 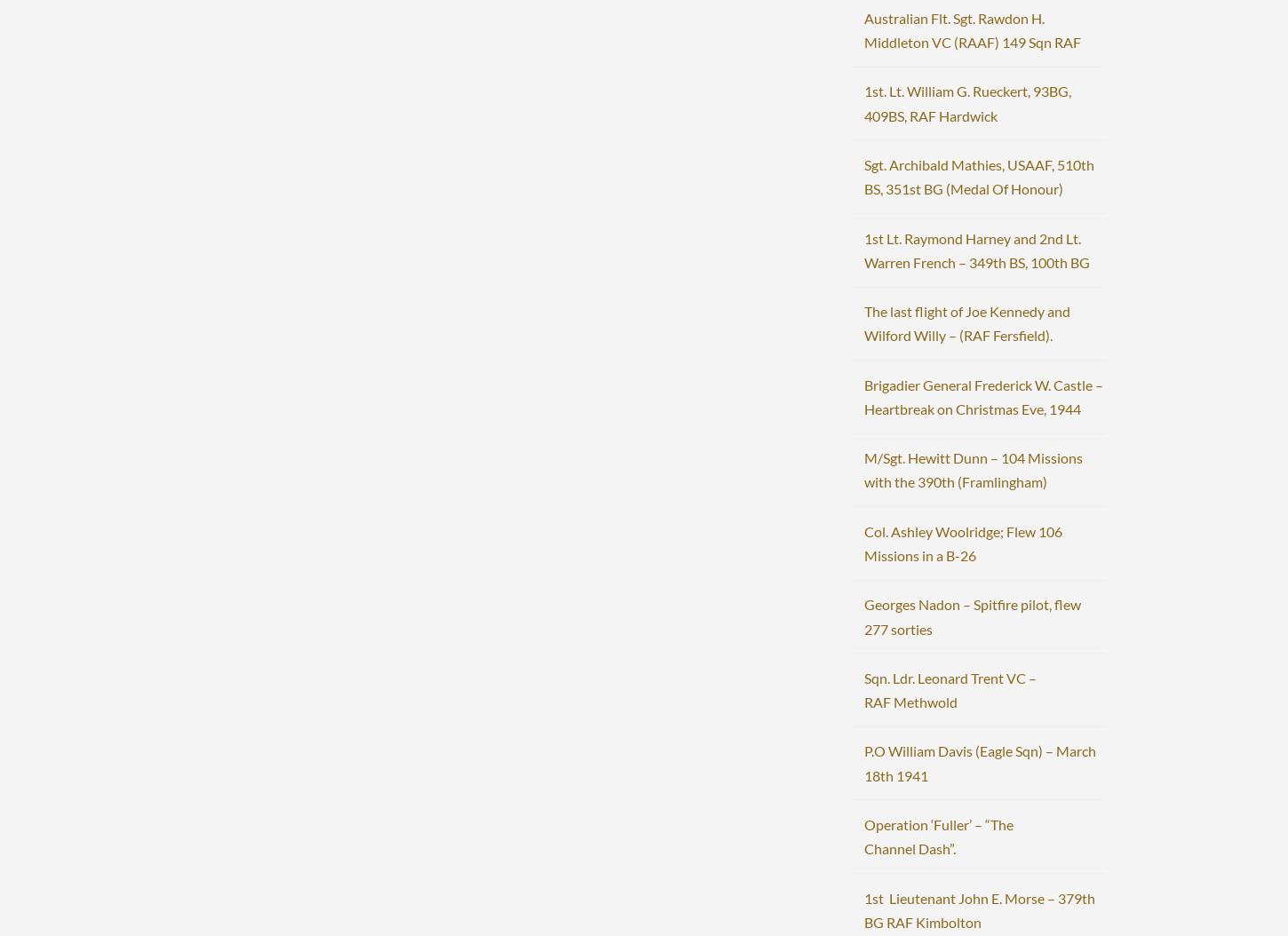 What do you see at coordinates (982, 395) in the screenshot?
I see `'Brigadier General Frederick W. Castle – Heartbreak on Christmas Eve, 1944'` at bounding box center [982, 395].